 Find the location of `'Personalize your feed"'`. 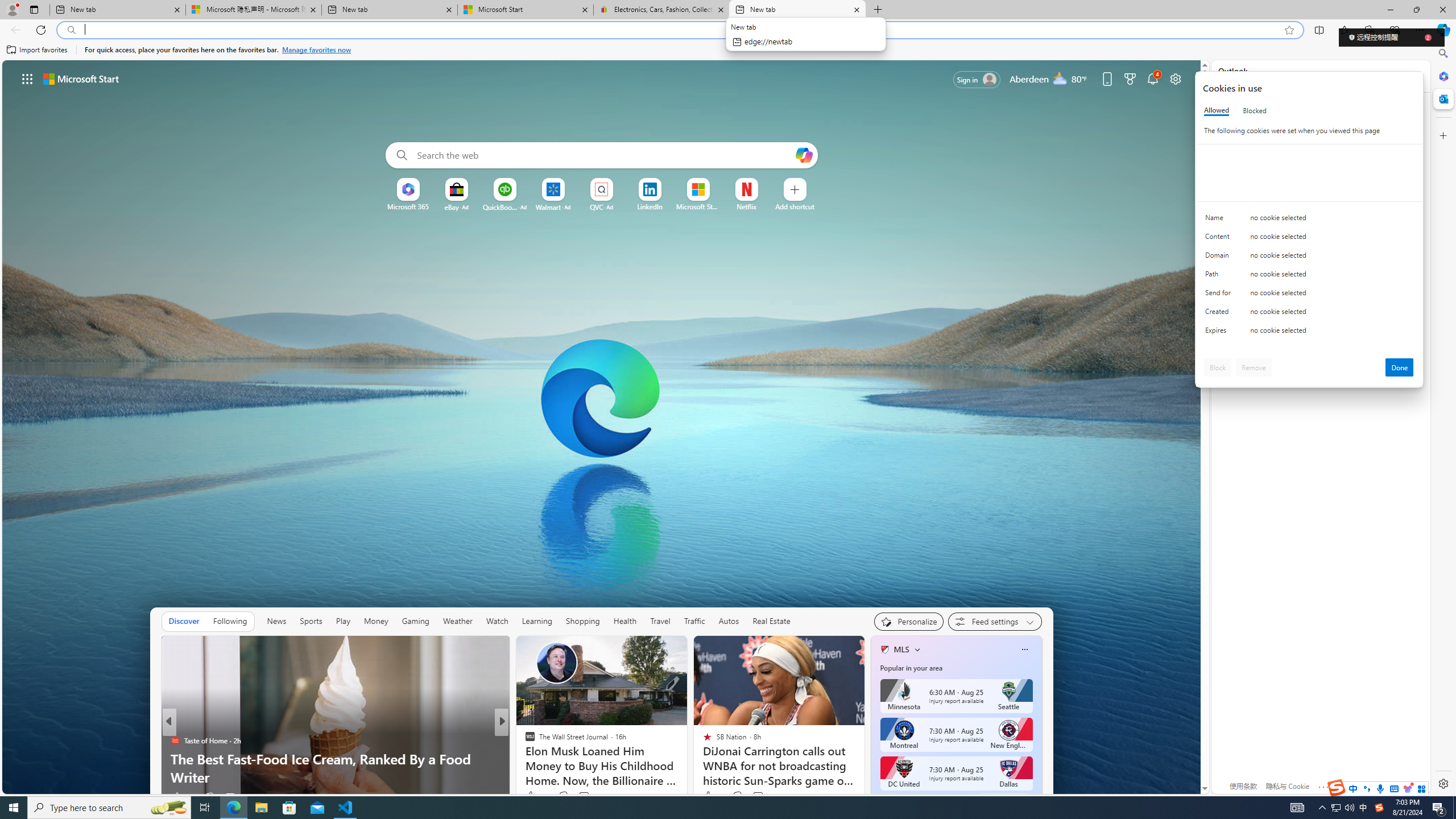

'Personalize your feed"' is located at coordinates (908, 621).